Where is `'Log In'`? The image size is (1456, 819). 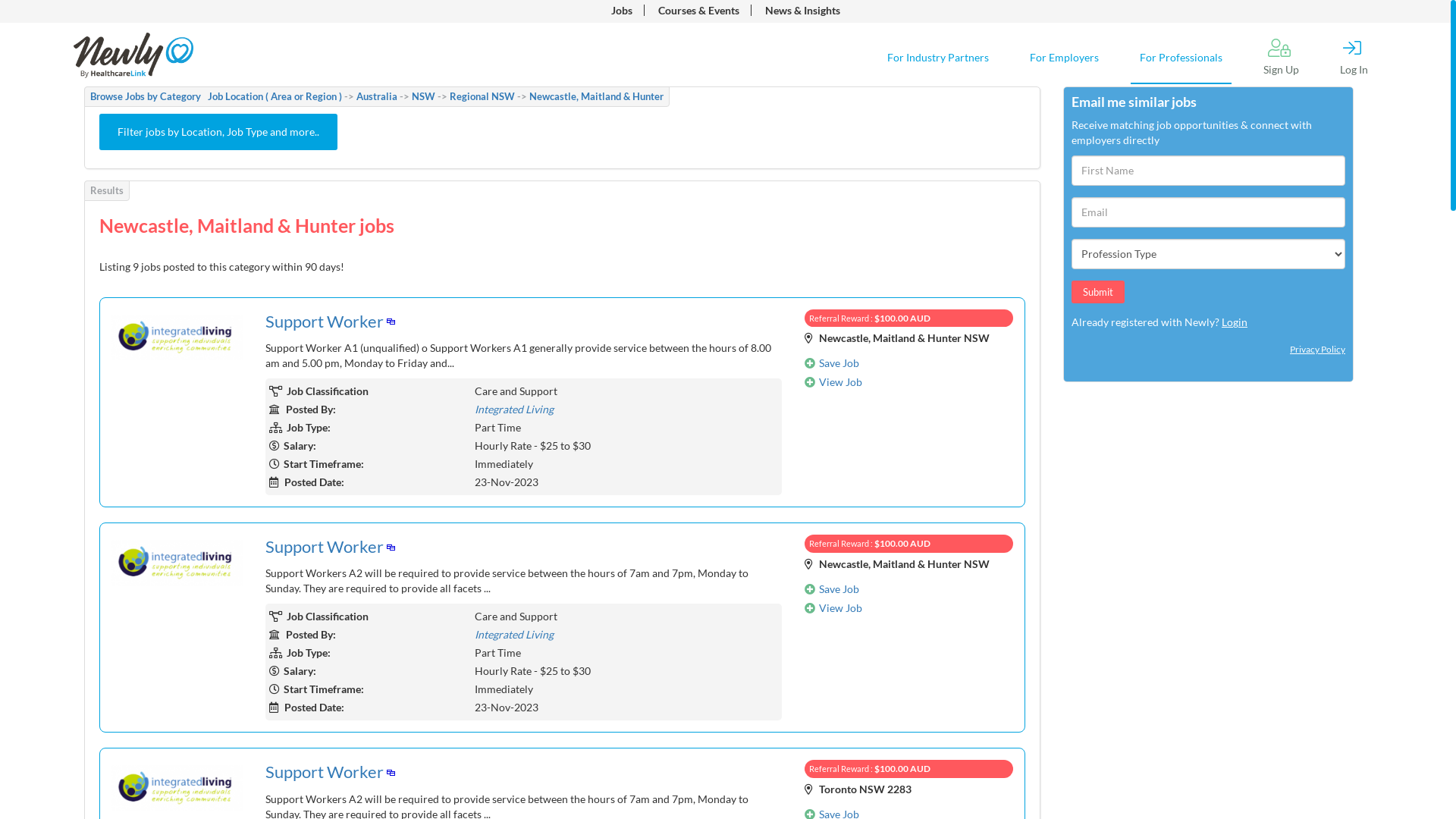 'Log In' is located at coordinates (1354, 57).